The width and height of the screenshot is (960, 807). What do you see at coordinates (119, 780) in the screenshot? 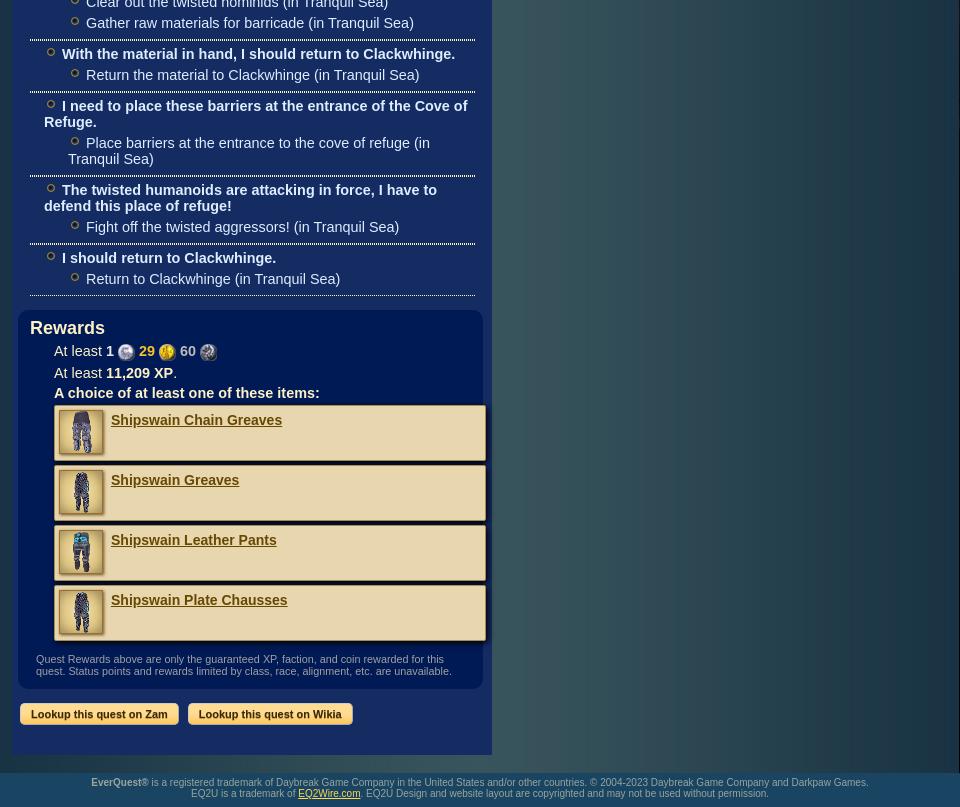
I see `'EverQuest®'` at bounding box center [119, 780].